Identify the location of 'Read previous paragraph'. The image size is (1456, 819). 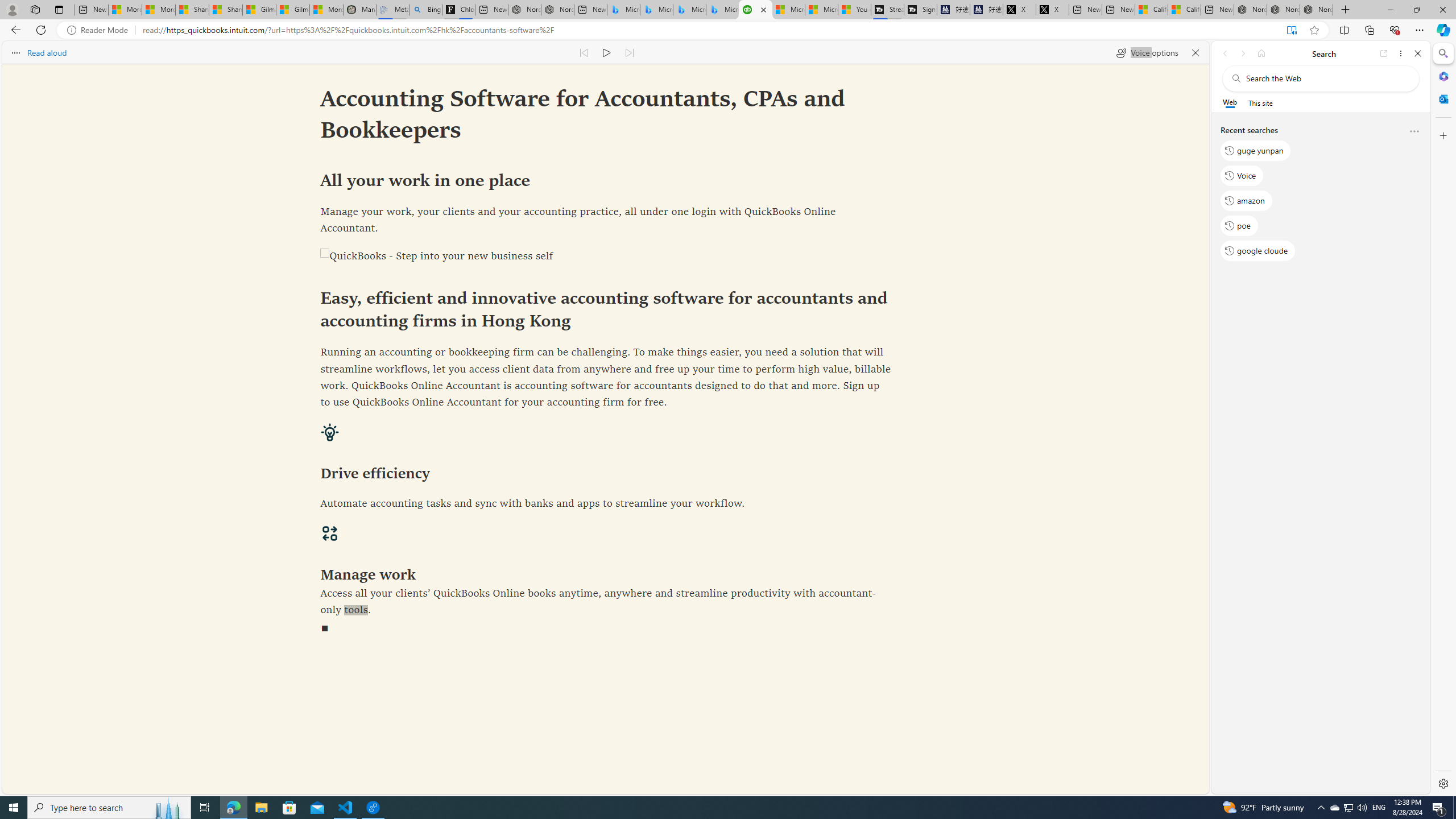
(584, 52).